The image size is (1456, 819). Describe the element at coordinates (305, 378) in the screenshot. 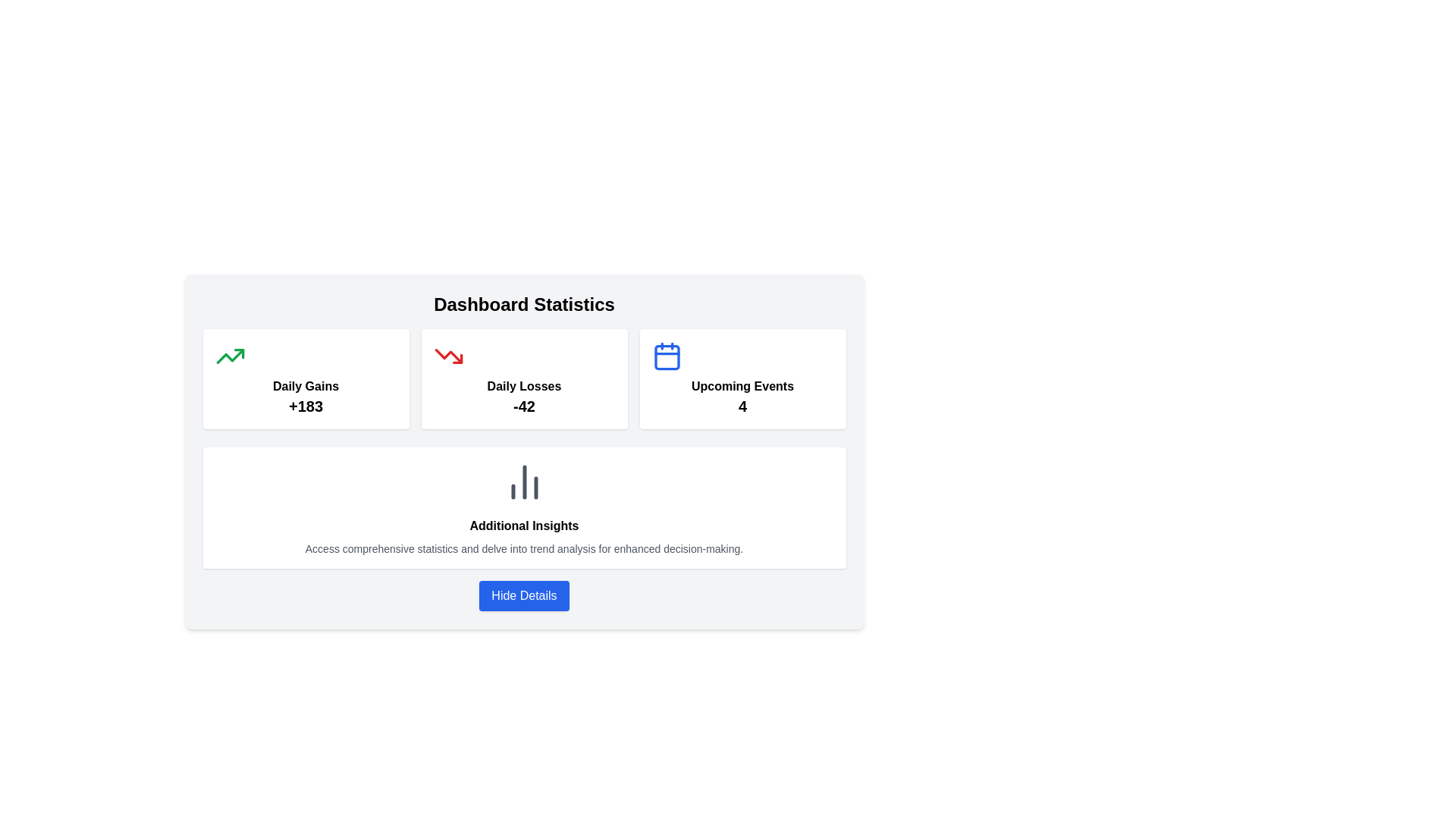

I see `the daily gains value displayed on the first informational card located at the top-left corner of the grid layout` at that location.